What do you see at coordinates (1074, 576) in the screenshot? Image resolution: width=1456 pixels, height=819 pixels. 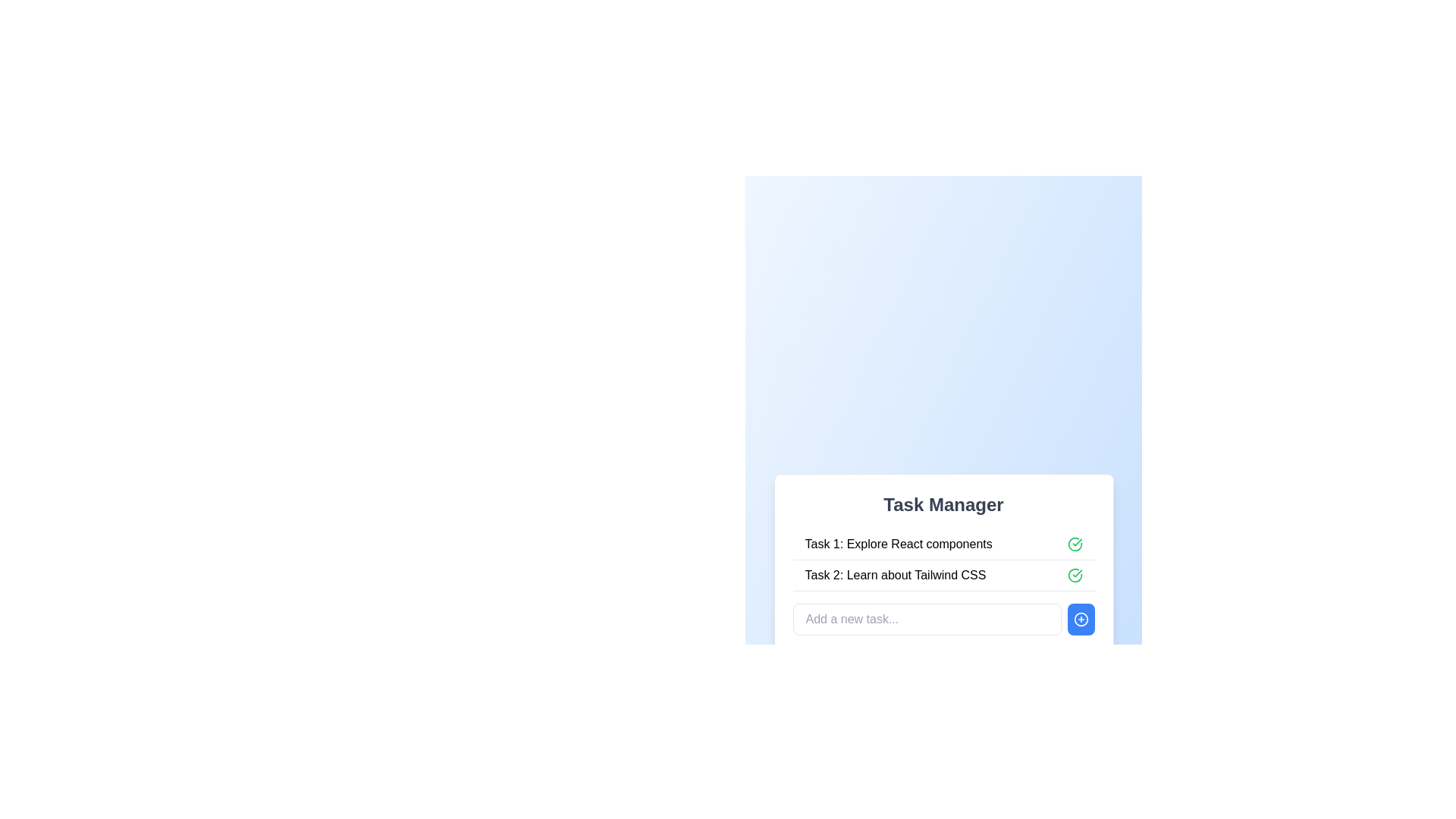 I see `the icon indicating the state of 'Task 2: Learn about Tailwind CSS' for its completion status` at bounding box center [1074, 576].